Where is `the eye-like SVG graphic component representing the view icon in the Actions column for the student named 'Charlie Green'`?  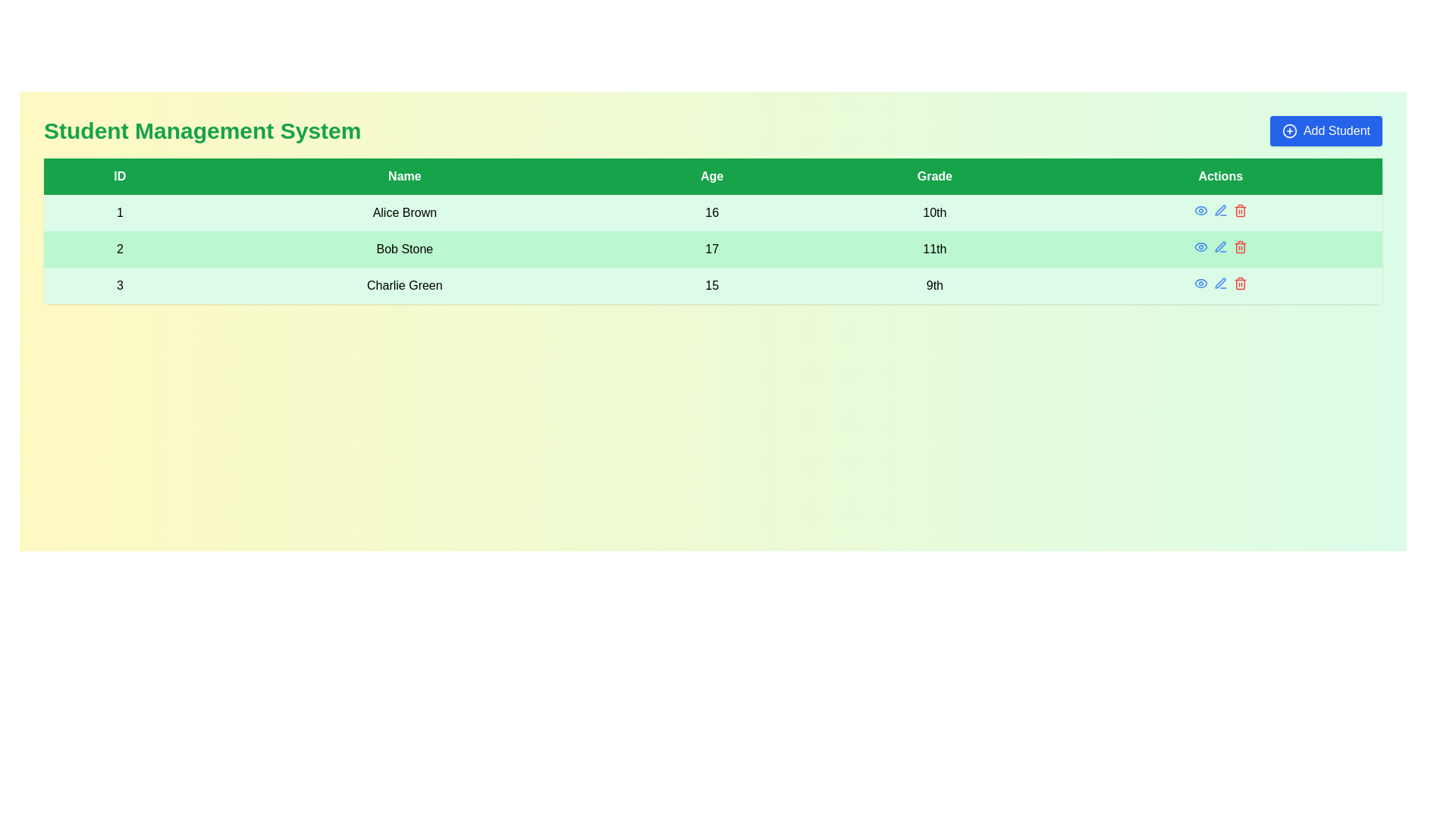
the eye-like SVG graphic component representing the view icon in the Actions column for the student named 'Charlie Green' is located at coordinates (1200, 284).